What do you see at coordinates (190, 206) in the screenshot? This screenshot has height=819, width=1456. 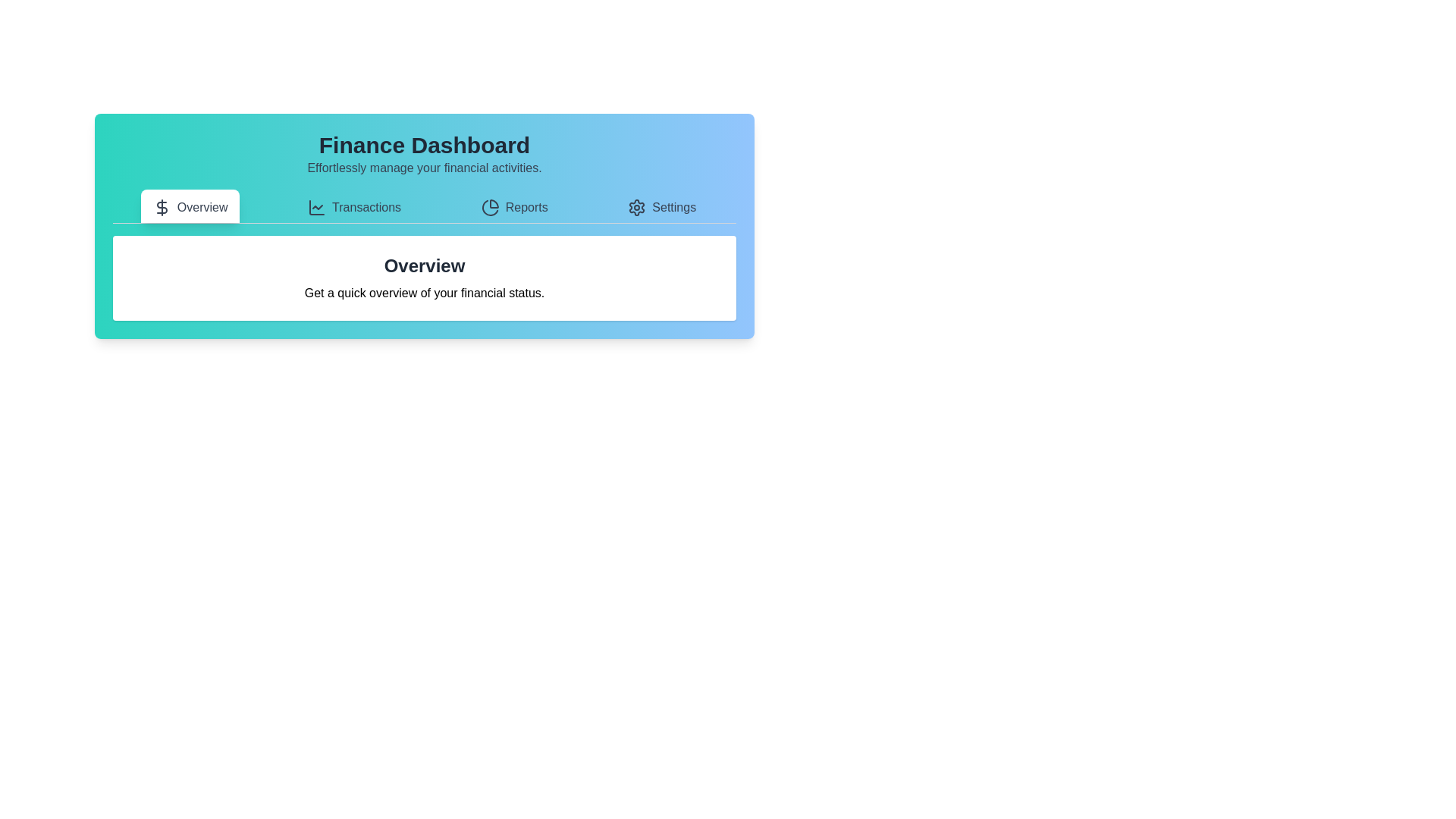 I see `the tab labeled Overview to view its content` at bounding box center [190, 206].